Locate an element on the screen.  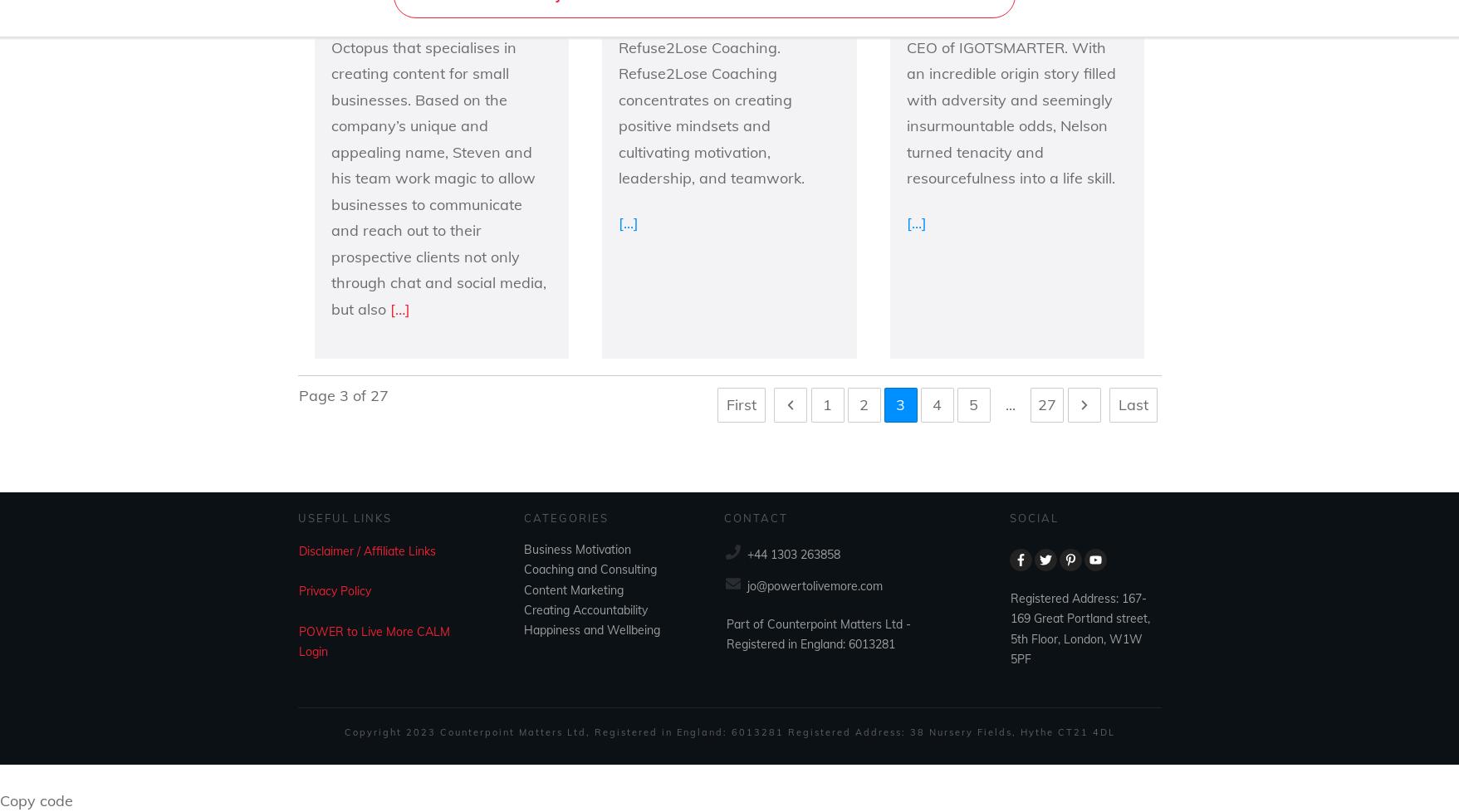
', Registered in England: 6013281 Registered Address: 38 Nursery Fields, Hythe CT21 4DL' is located at coordinates (849, 730).